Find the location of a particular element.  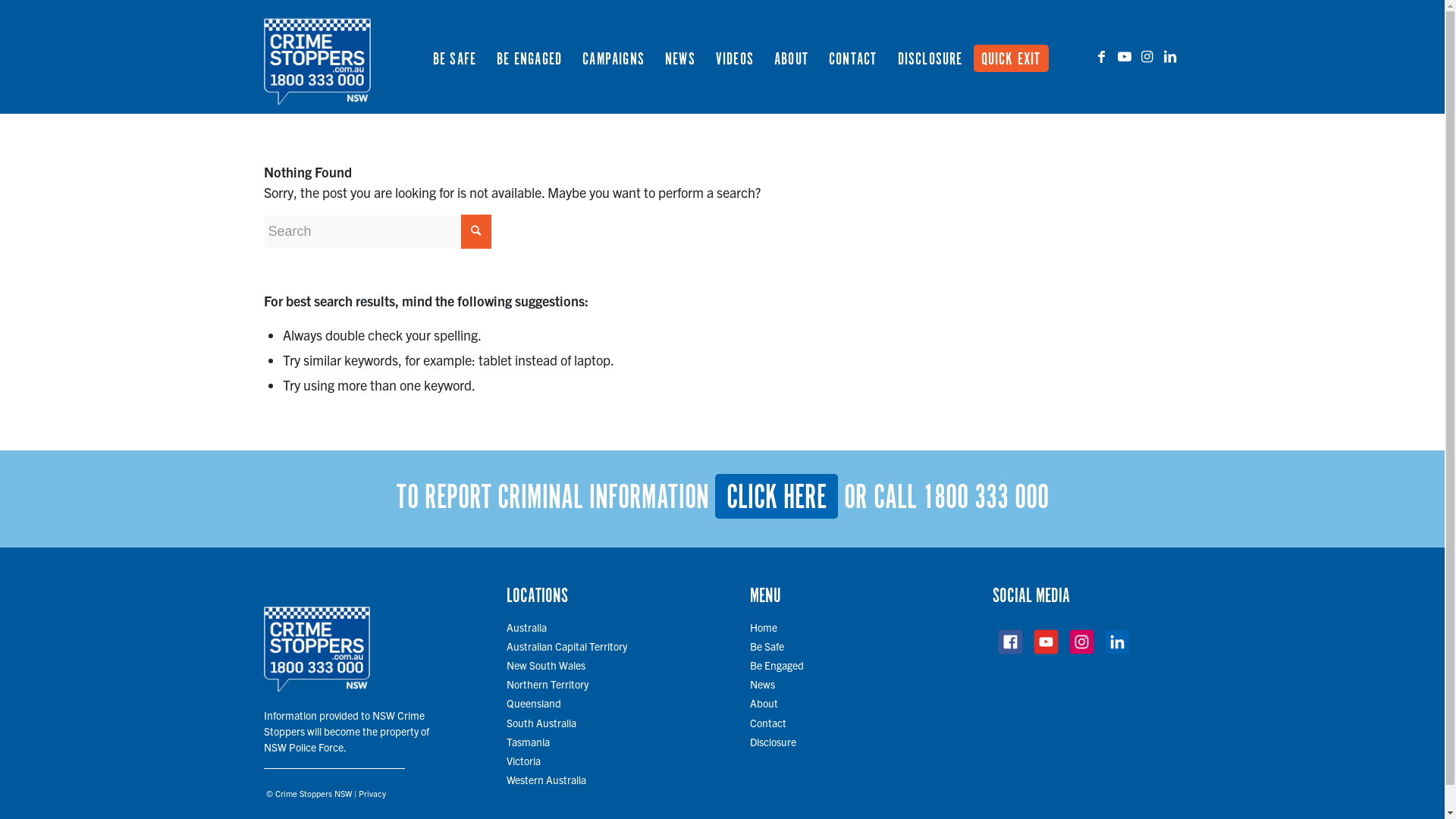

'Tasmania' is located at coordinates (506, 741).